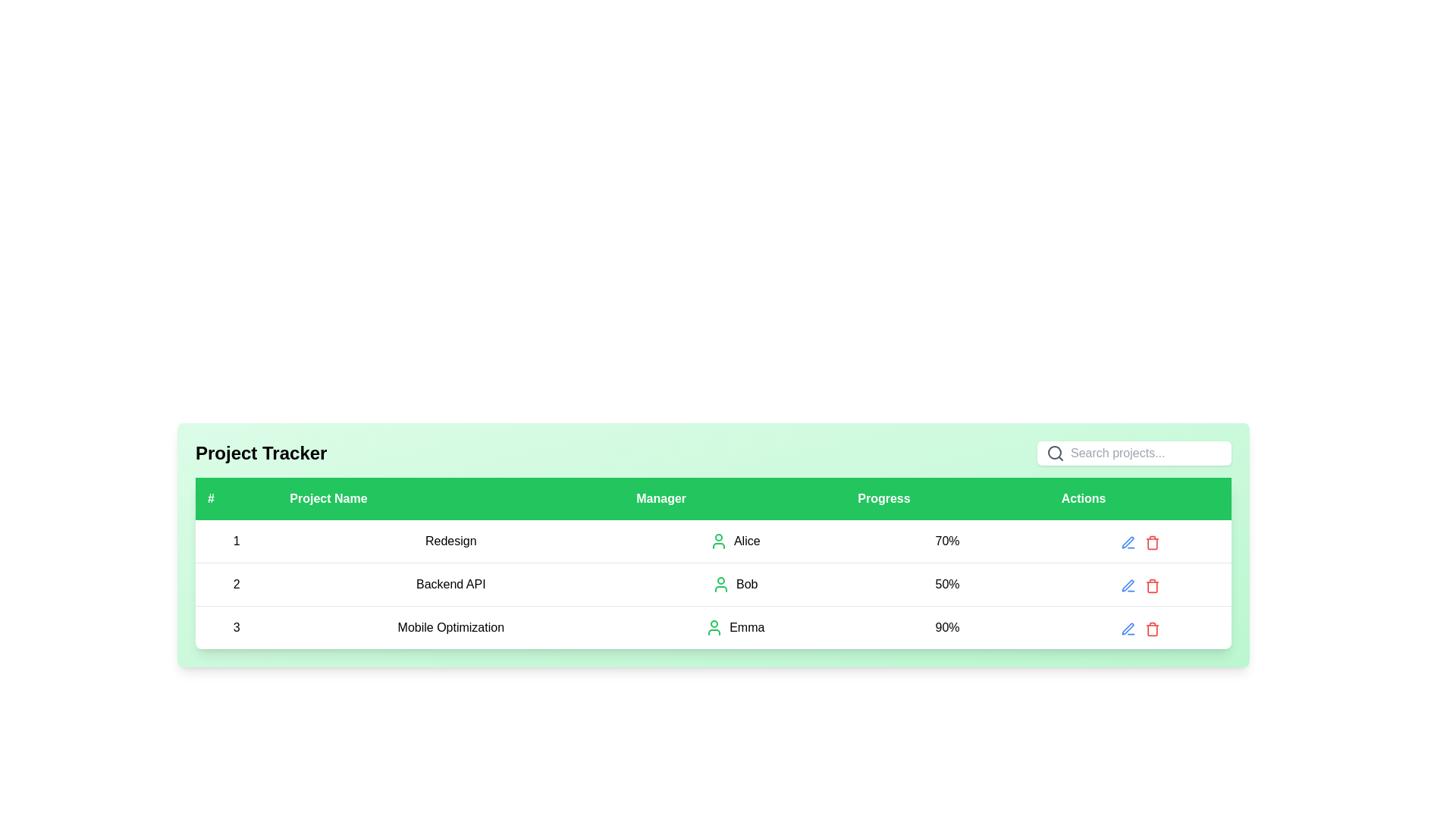 This screenshot has width=1456, height=819. Describe the element at coordinates (1055, 452) in the screenshot. I see `the search icon located in the header of the data table layout` at that location.